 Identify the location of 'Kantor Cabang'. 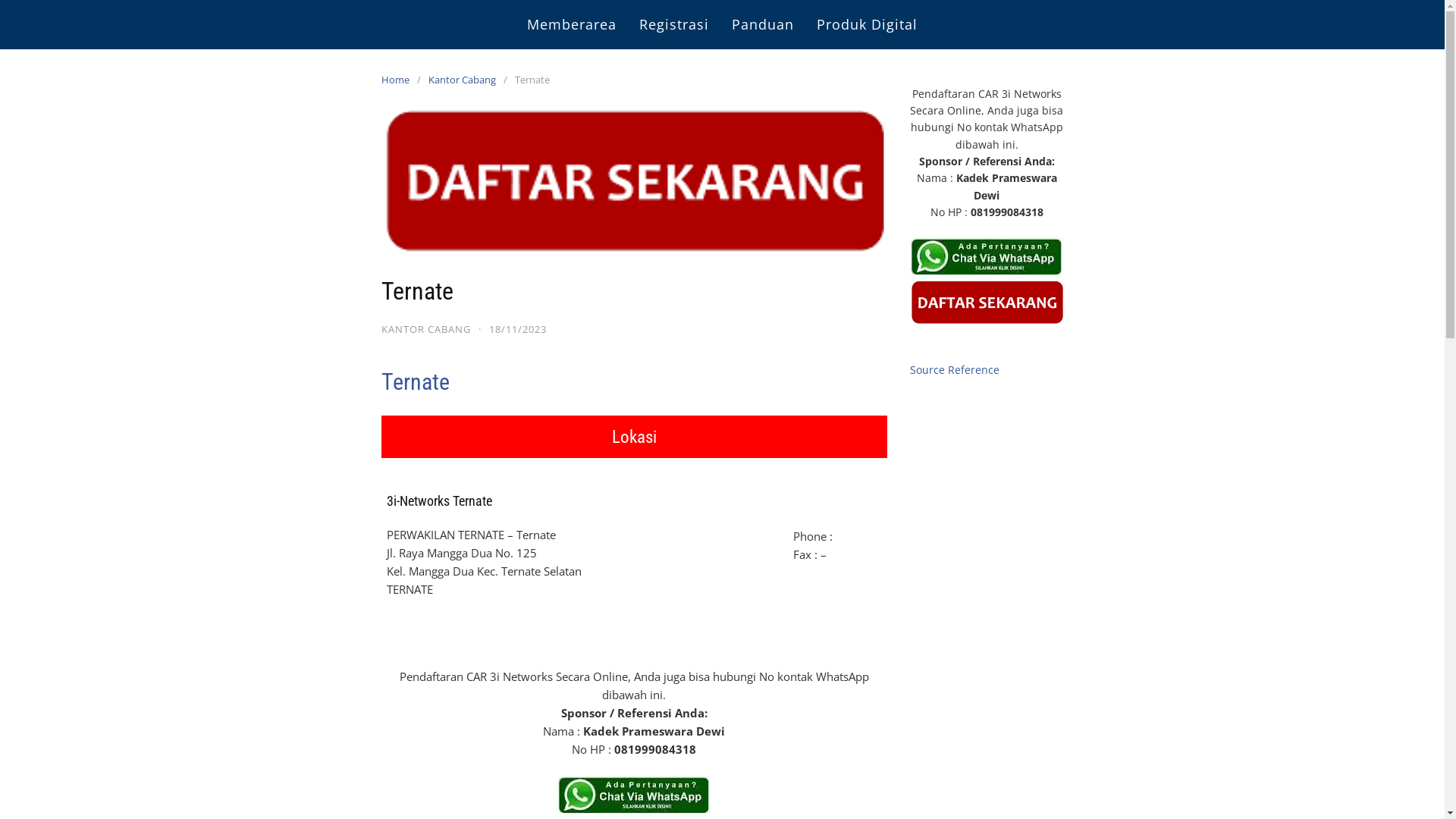
(464, 79).